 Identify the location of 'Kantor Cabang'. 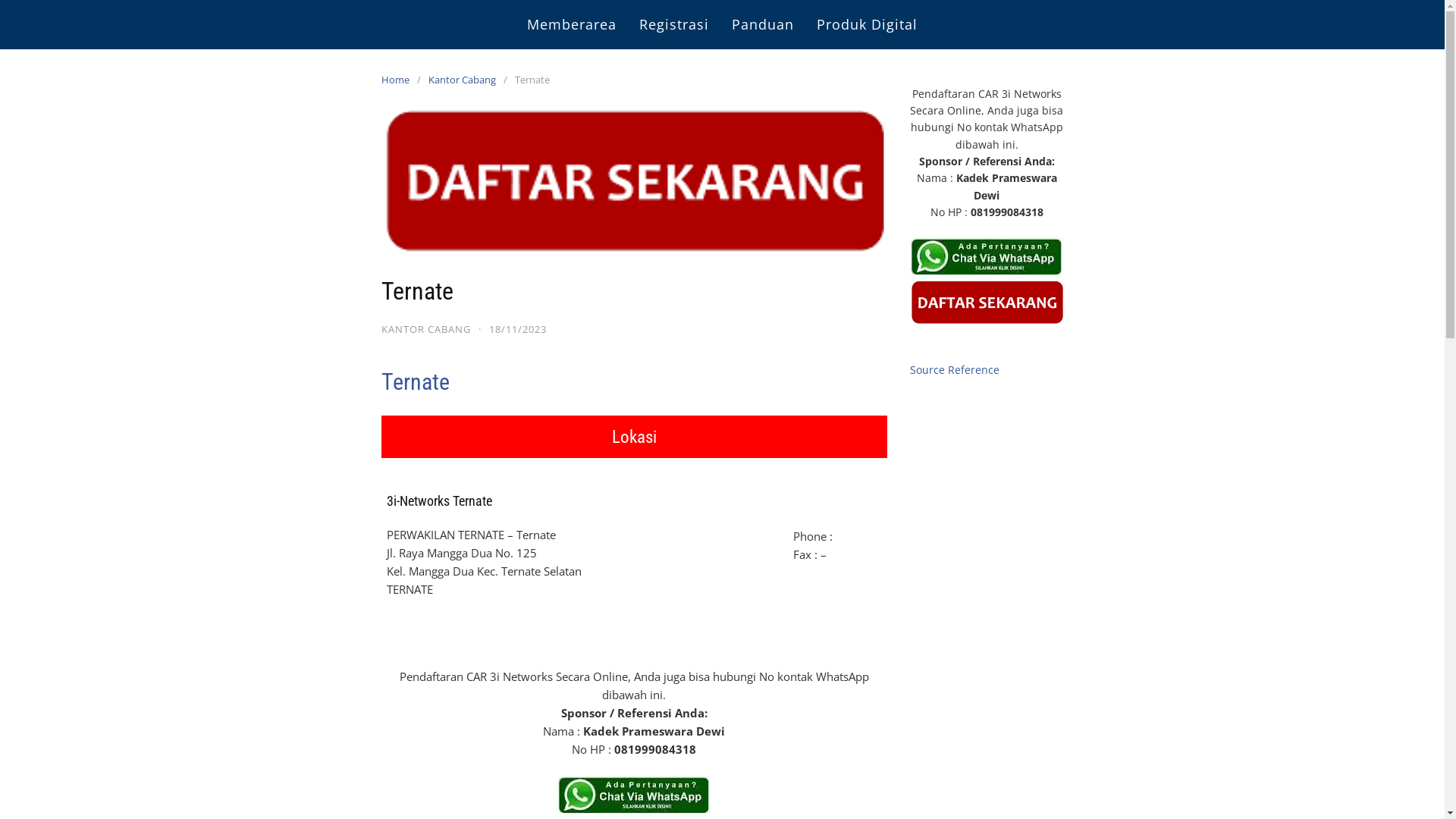
(464, 79).